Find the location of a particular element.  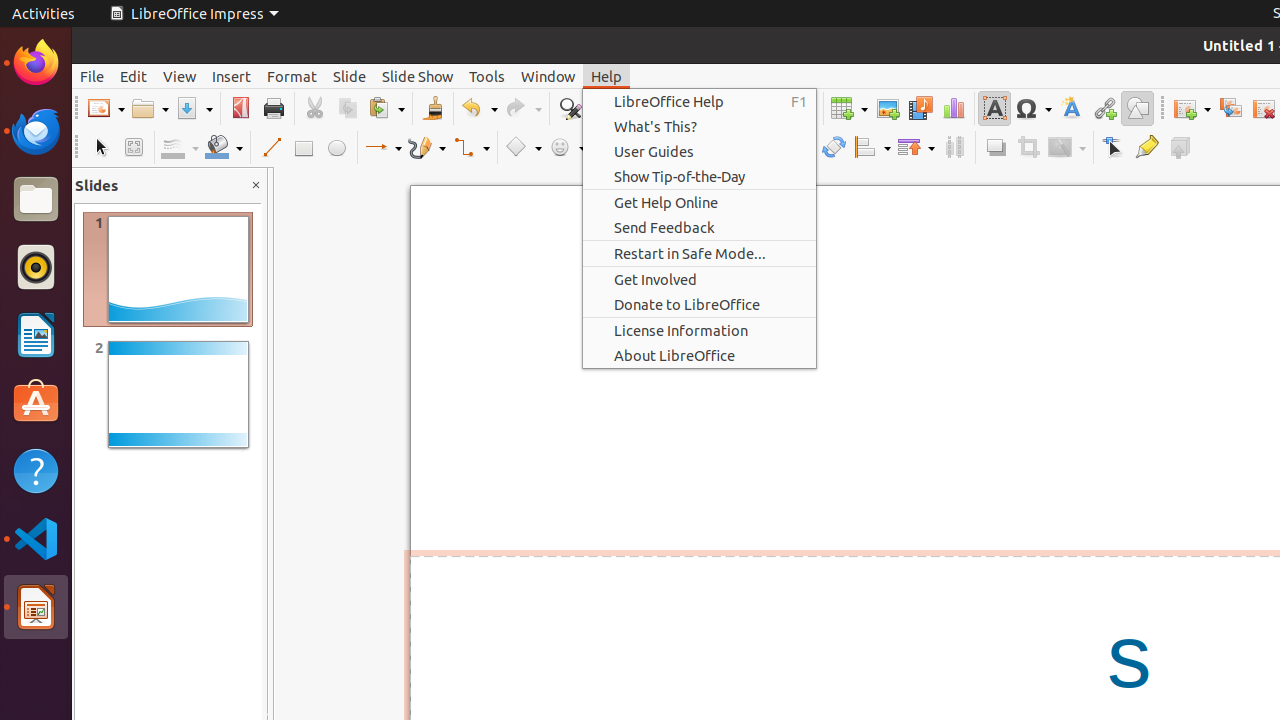

'Window' is located at coordinates (547, 75).